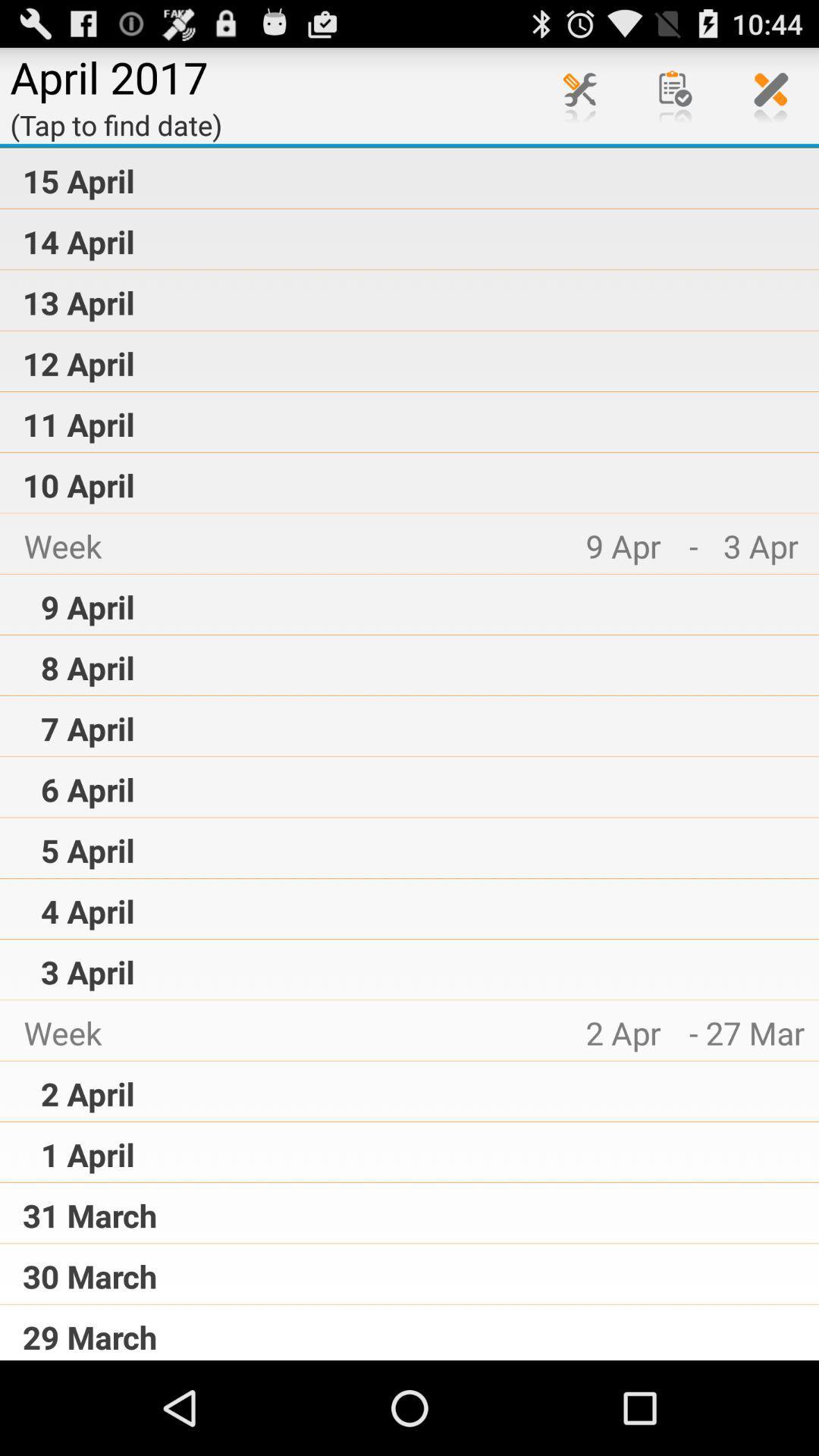 The height and width of the screenshot is (1456, 819). What do you see at coordinates (579, 94) in the screenshot?
I see `logon` at bounding box center [579, 94].